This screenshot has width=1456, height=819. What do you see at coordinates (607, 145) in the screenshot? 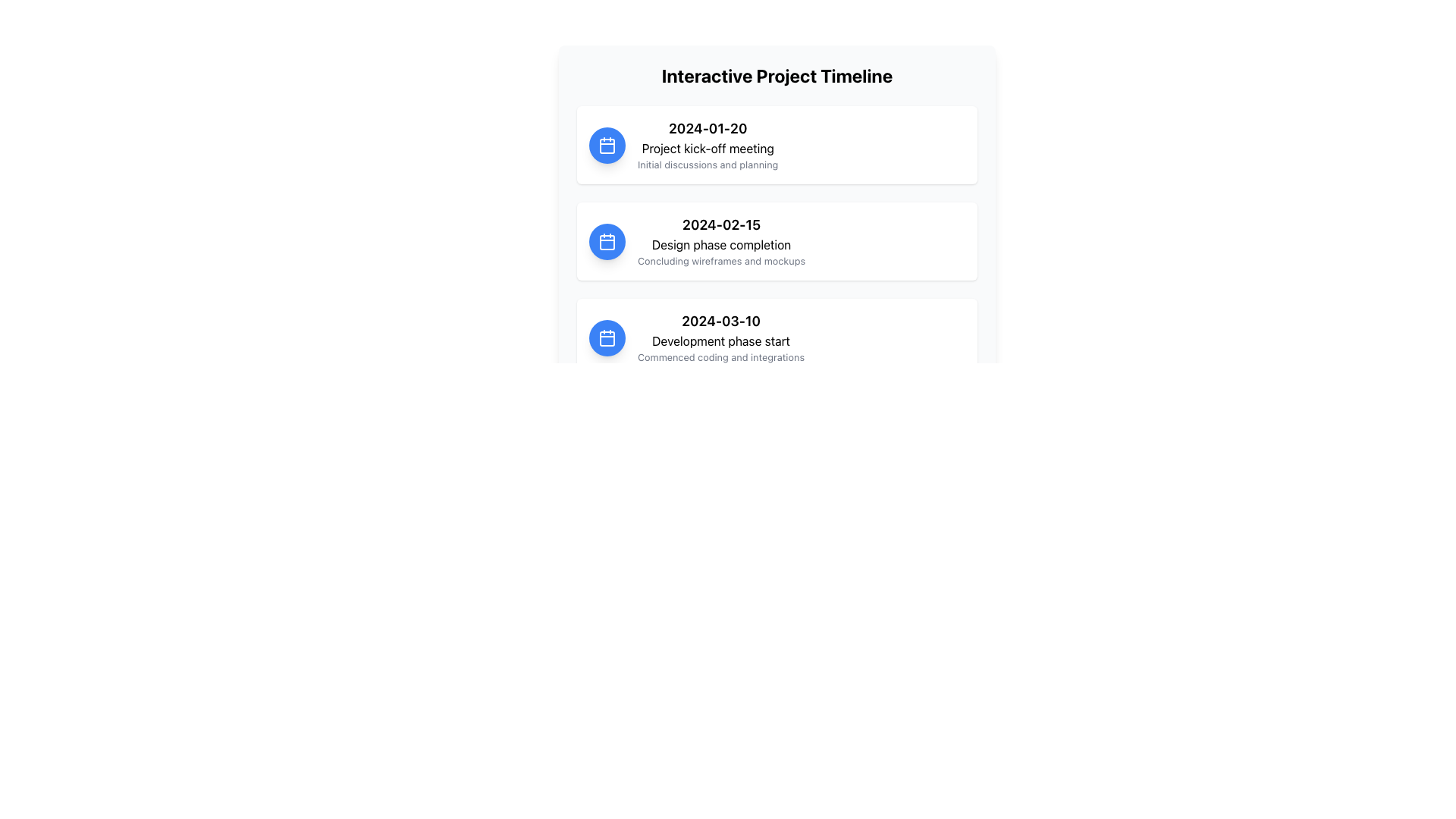
I see `the circular blue Icon button with a white calendar icon, located next to the text displaying '2024-01-20' and 'Project kick-off meeting.'` at bounding box center [607, 145].